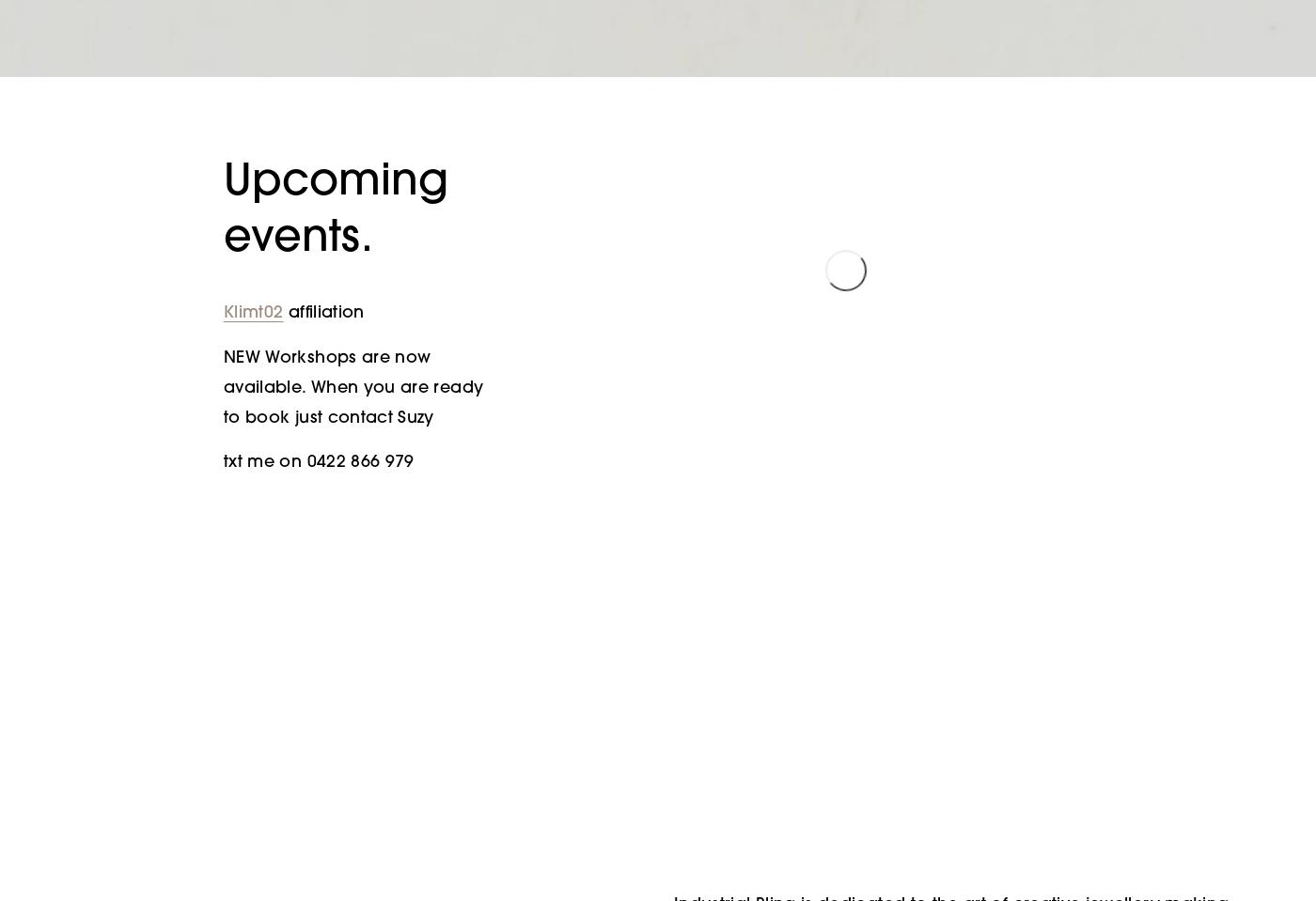  What do you see at coordinates (845, 230) in the screenshot?
I see `'We'` at bounding box center [845, 230].